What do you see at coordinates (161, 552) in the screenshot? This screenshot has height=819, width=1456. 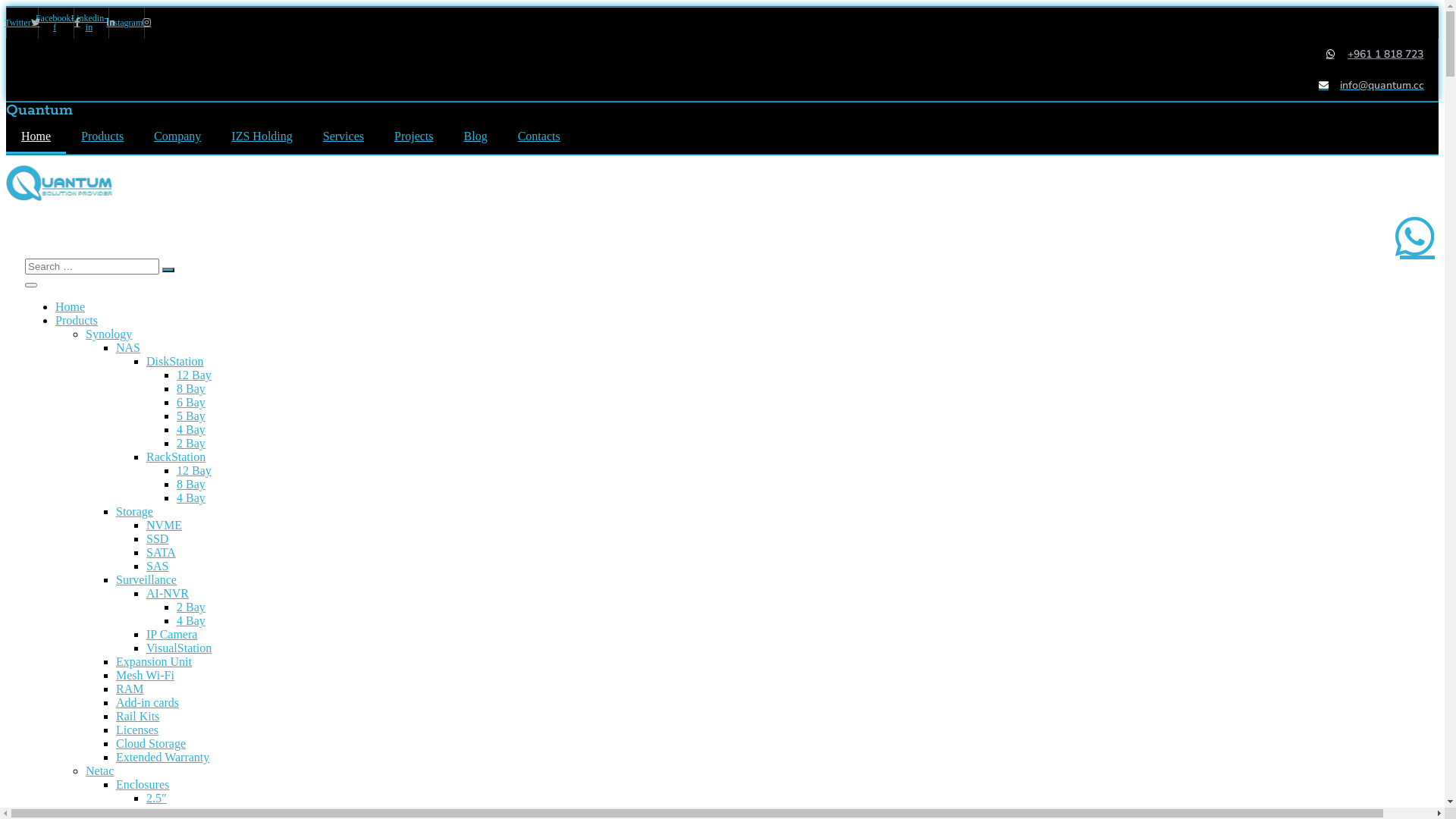 I see `'SATA'` at bounding box center [161, 552].